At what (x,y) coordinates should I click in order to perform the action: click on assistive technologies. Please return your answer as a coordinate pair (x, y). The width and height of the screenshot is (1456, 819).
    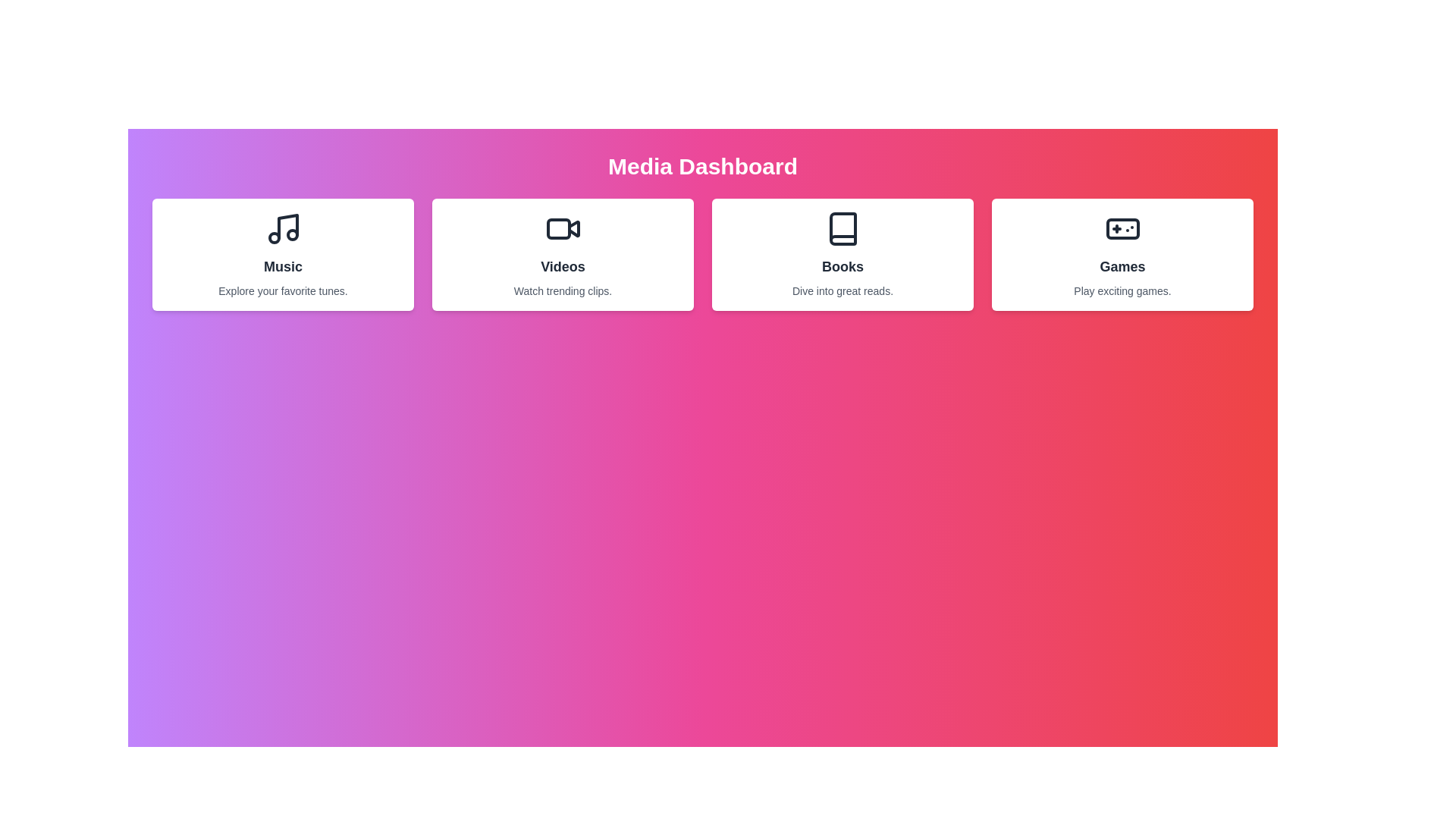
    Looking at the image, I should click on (842, 228).